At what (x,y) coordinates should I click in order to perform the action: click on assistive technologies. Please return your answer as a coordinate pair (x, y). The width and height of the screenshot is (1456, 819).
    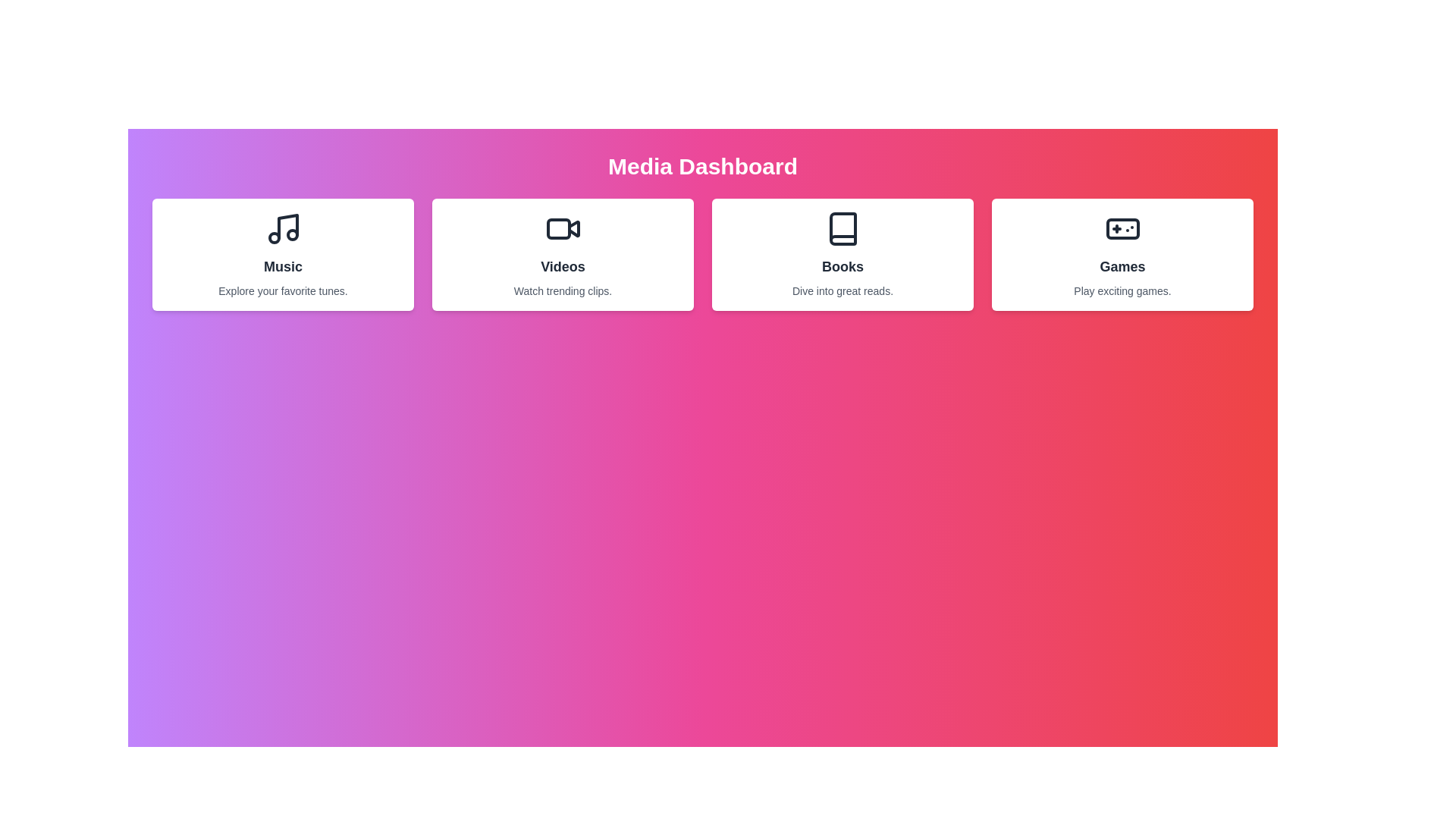
    Looking at the image, I should click on (842, 228).